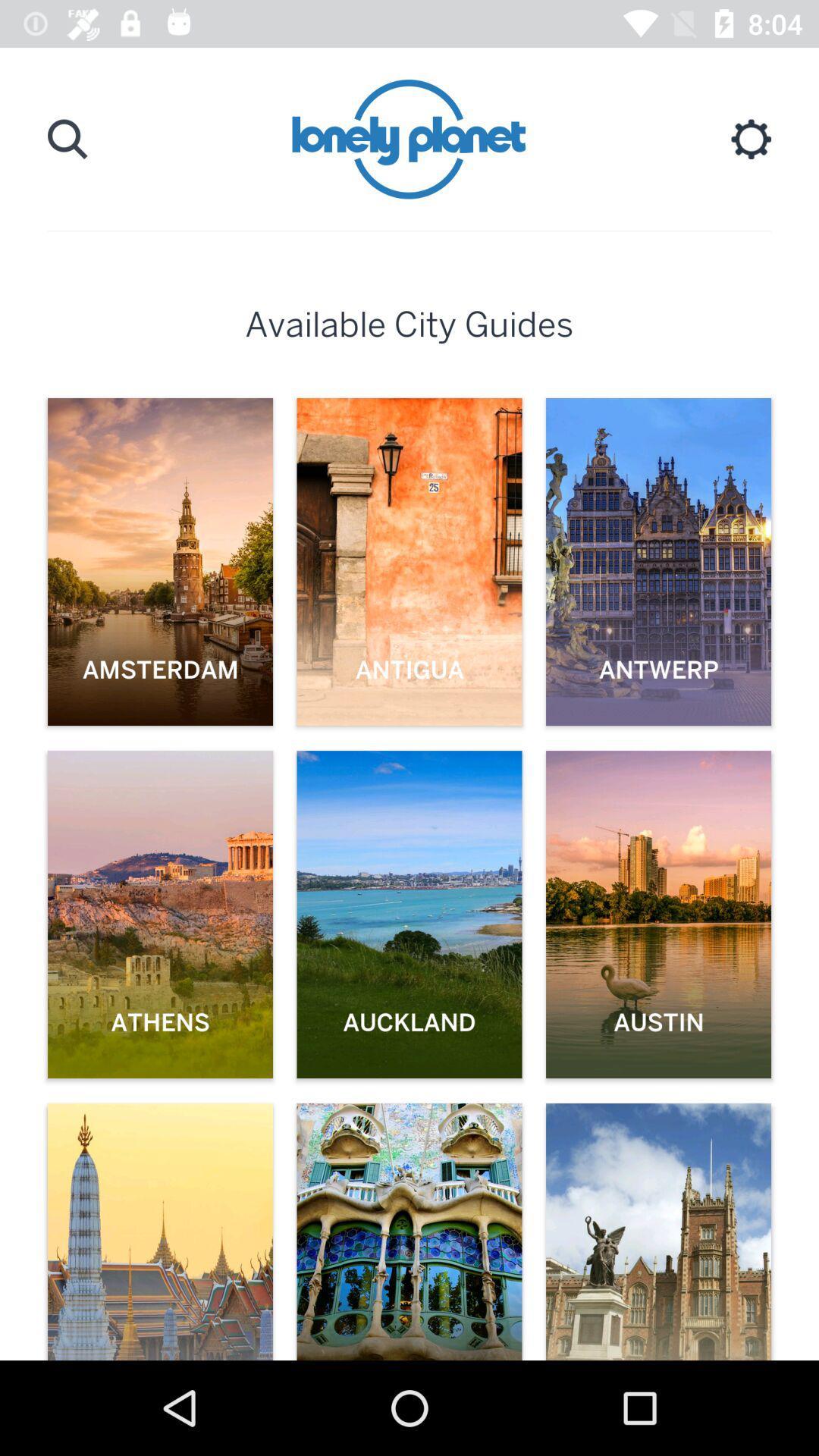 The image size is (819, 1456). Describe the element at coordinates (67, 139) in the screenshot. I see `the search icon` at that location.